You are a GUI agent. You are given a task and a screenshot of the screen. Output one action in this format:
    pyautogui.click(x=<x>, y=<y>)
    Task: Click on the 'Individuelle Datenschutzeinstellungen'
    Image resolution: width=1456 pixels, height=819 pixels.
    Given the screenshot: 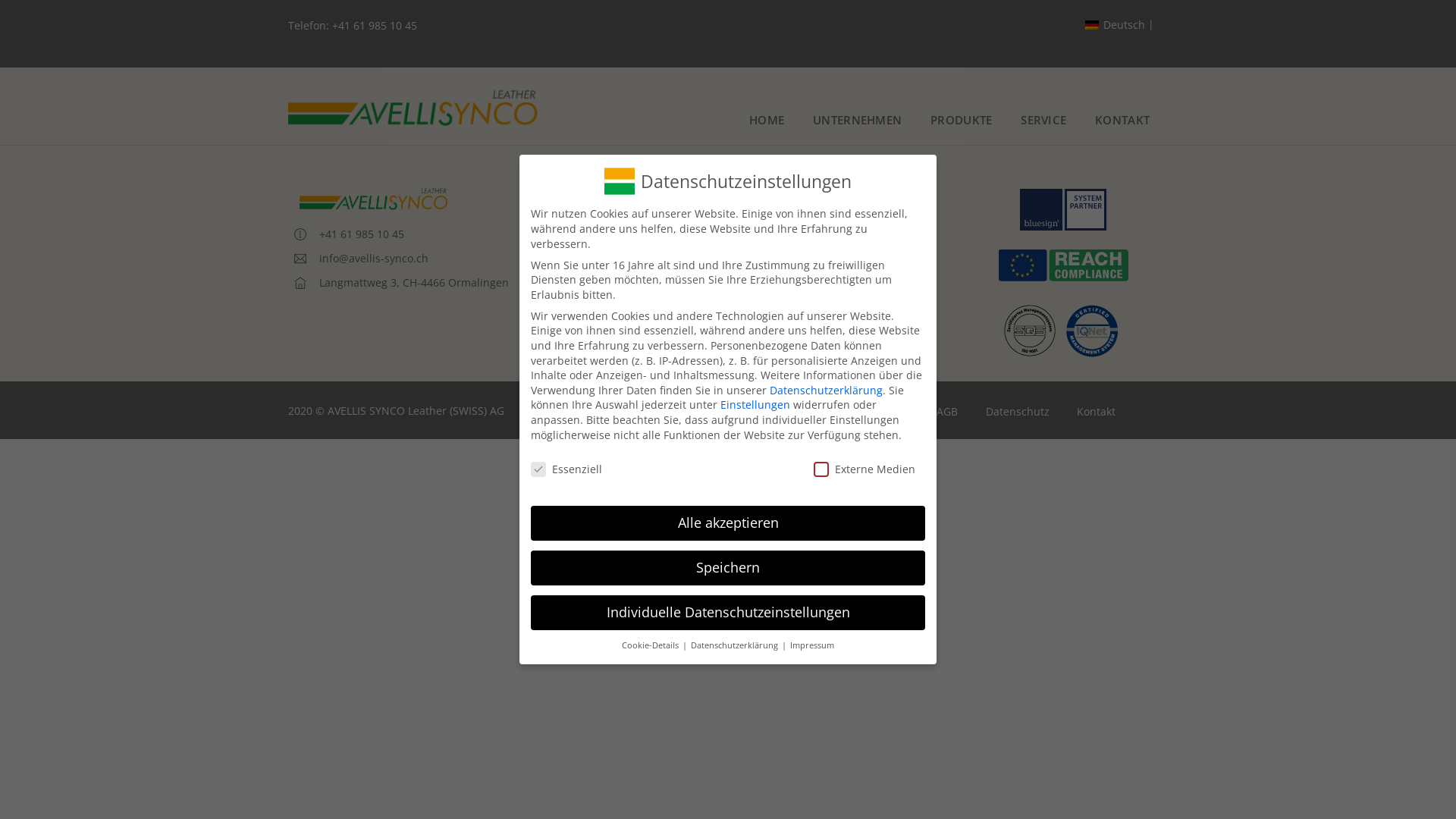 What is the action you would take?
    pyautogui.click(x=728, y=611)
    